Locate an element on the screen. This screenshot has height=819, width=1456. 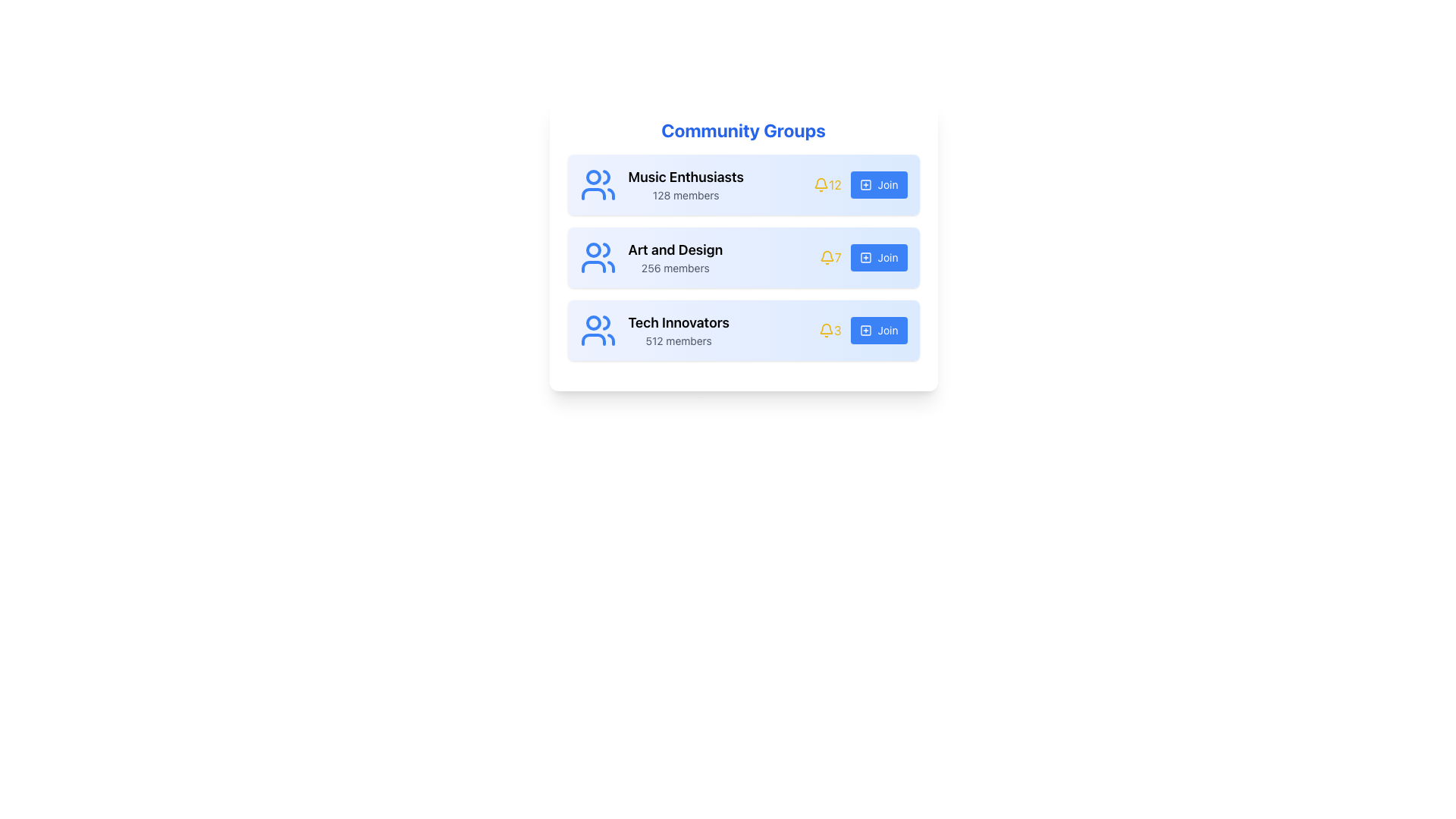
the square-shaped icon with a plus sign in its center, which is located to the left of the 'Join' text within the button in the 'Music Enthusiasts' row of the 'Community Groups' section is located at coordinates (865, 184).